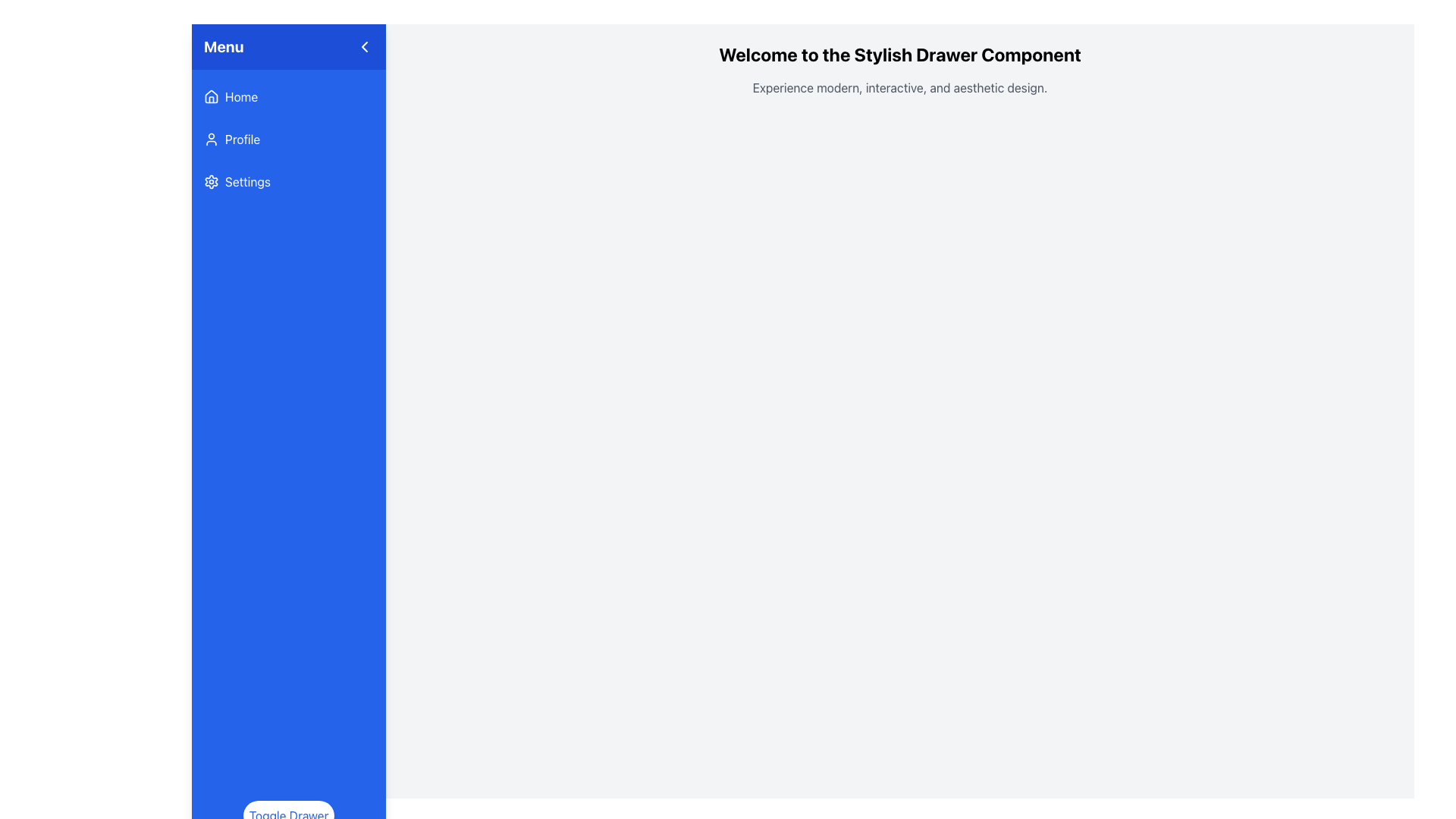 This screenshot has height=819, width=1456. Describe the element at coordinates (210, 96) in the screenshot. I see `the 'Home' menu icon located in the sidebar, which visually represents the 'Home' menu item` at that location.